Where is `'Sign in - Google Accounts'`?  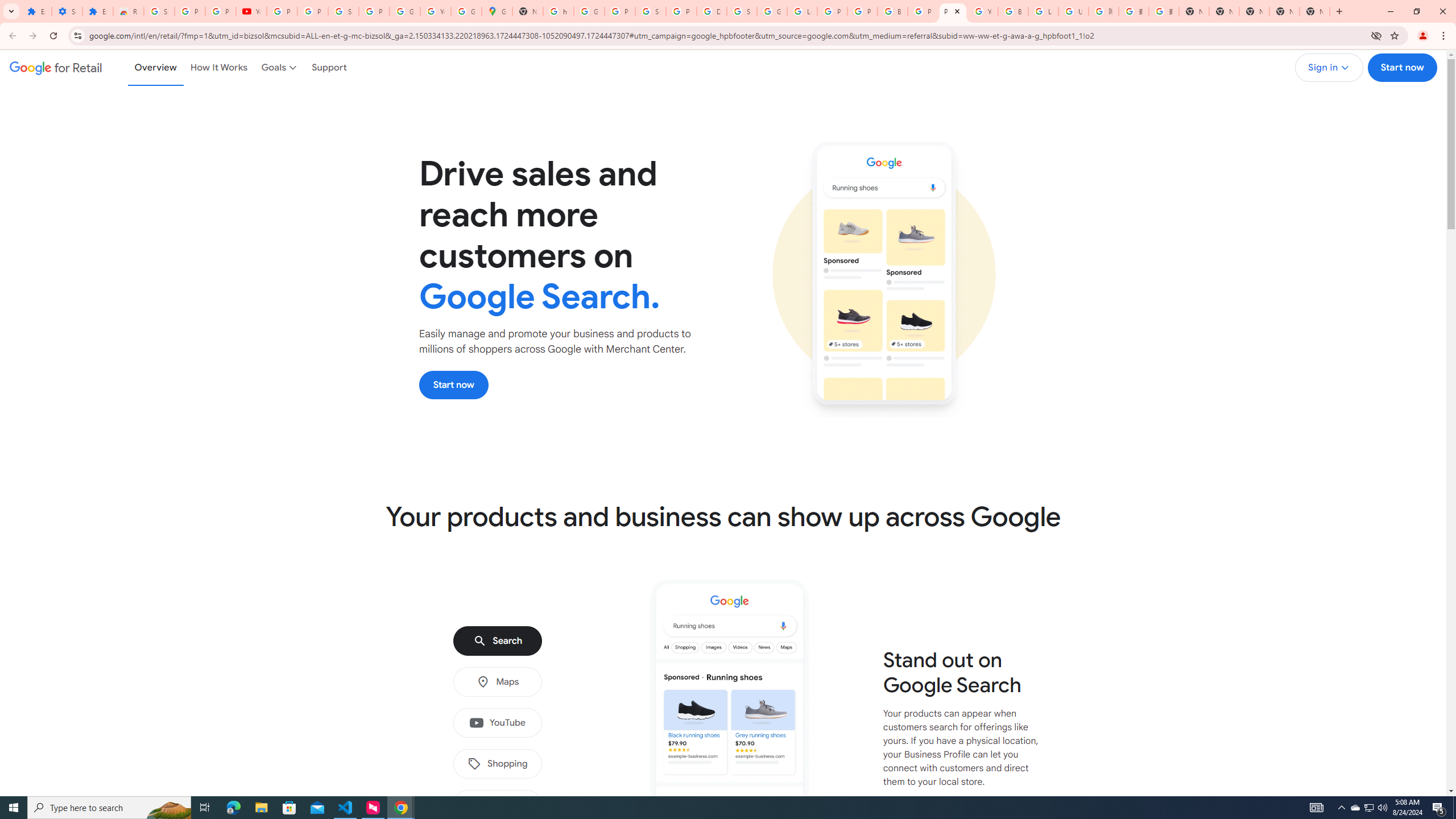 'Sign in - Google Accounts' is located at coordinates (158, 11).